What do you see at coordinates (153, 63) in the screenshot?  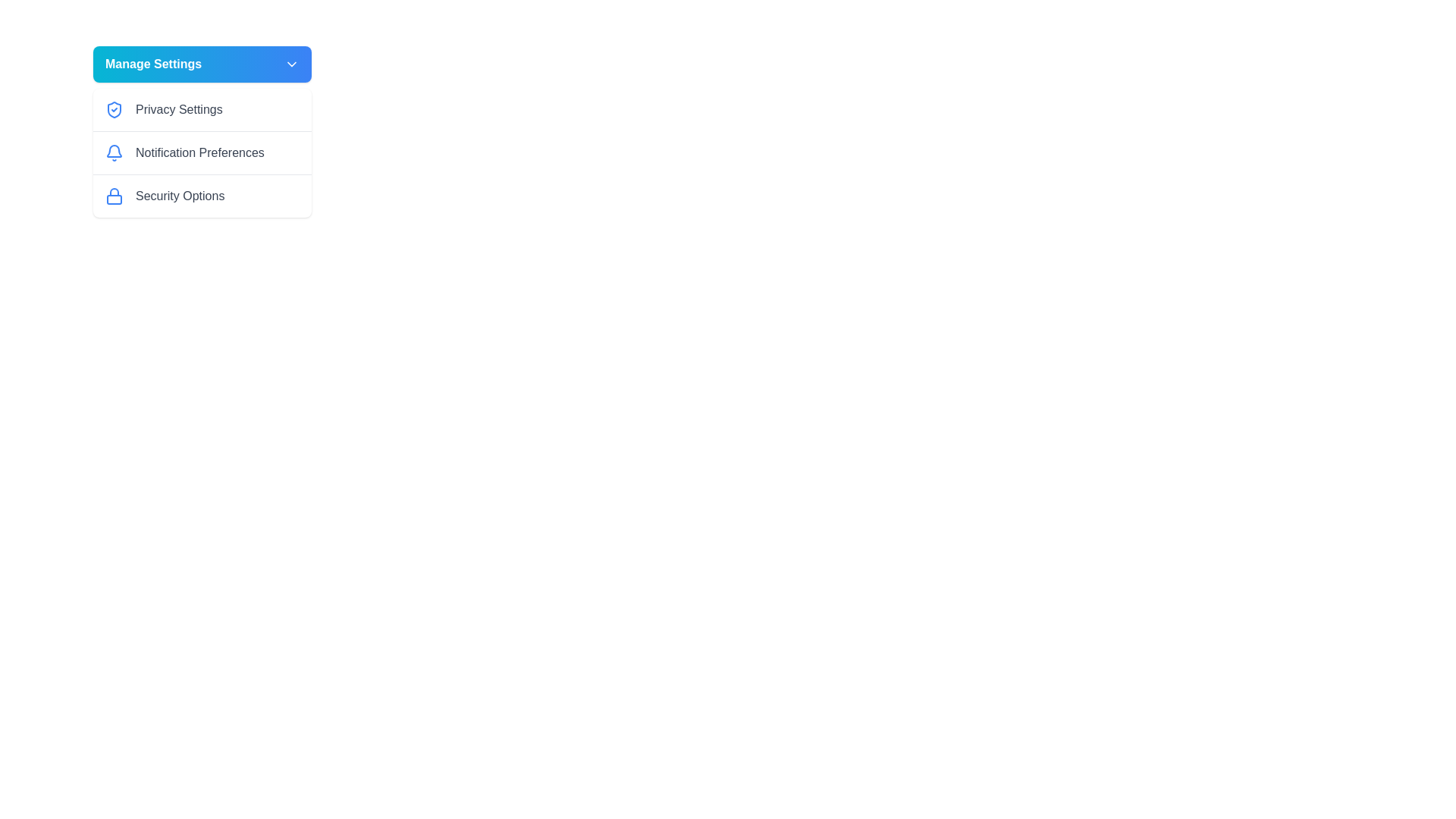 I see `the bold-text button labeled 'Manage Settings' which has a white font on a gradient blue background and is positioned above a dropdown menu` at bounding box center [153, 63].